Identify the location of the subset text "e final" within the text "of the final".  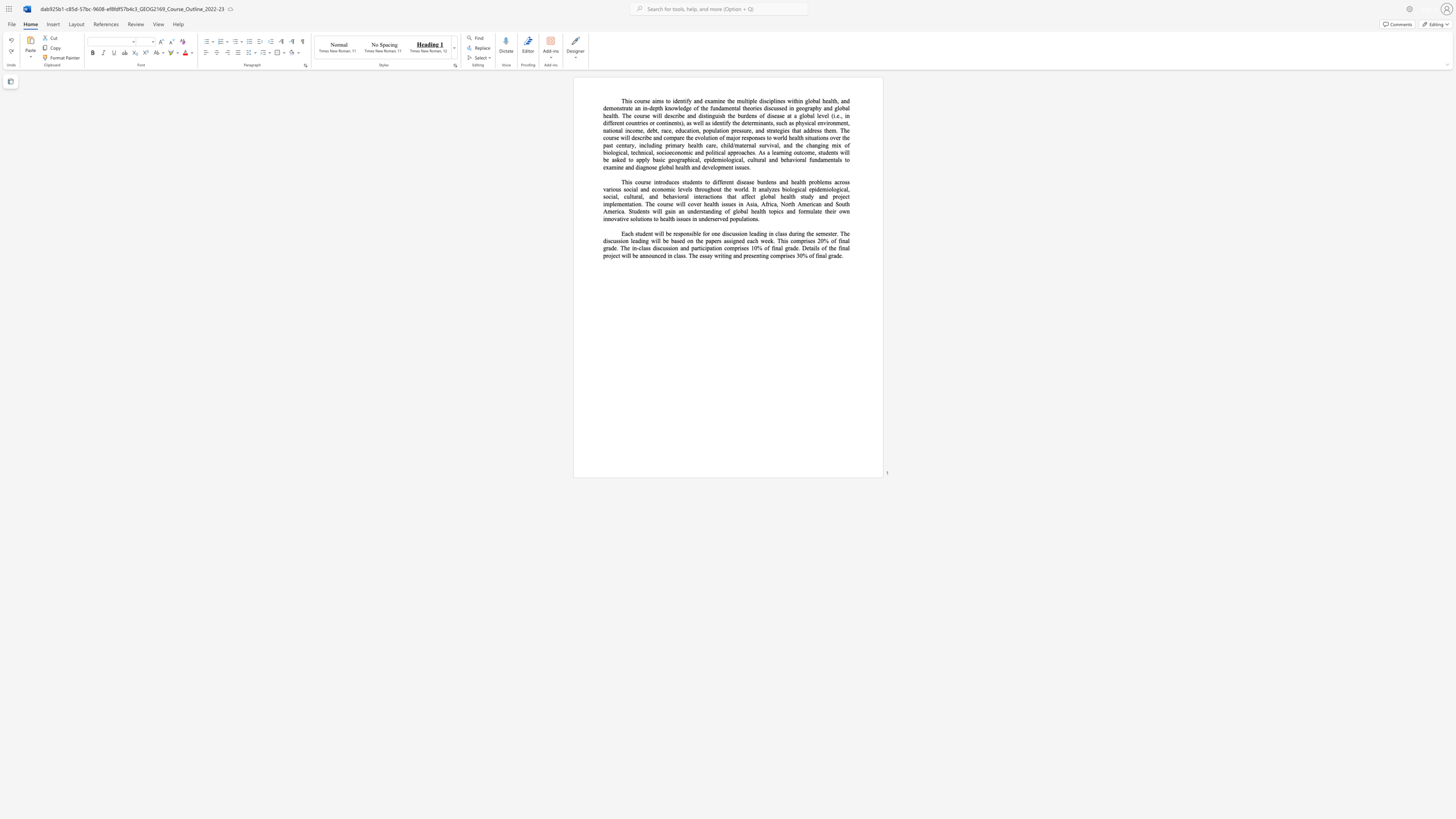
(833, 248).